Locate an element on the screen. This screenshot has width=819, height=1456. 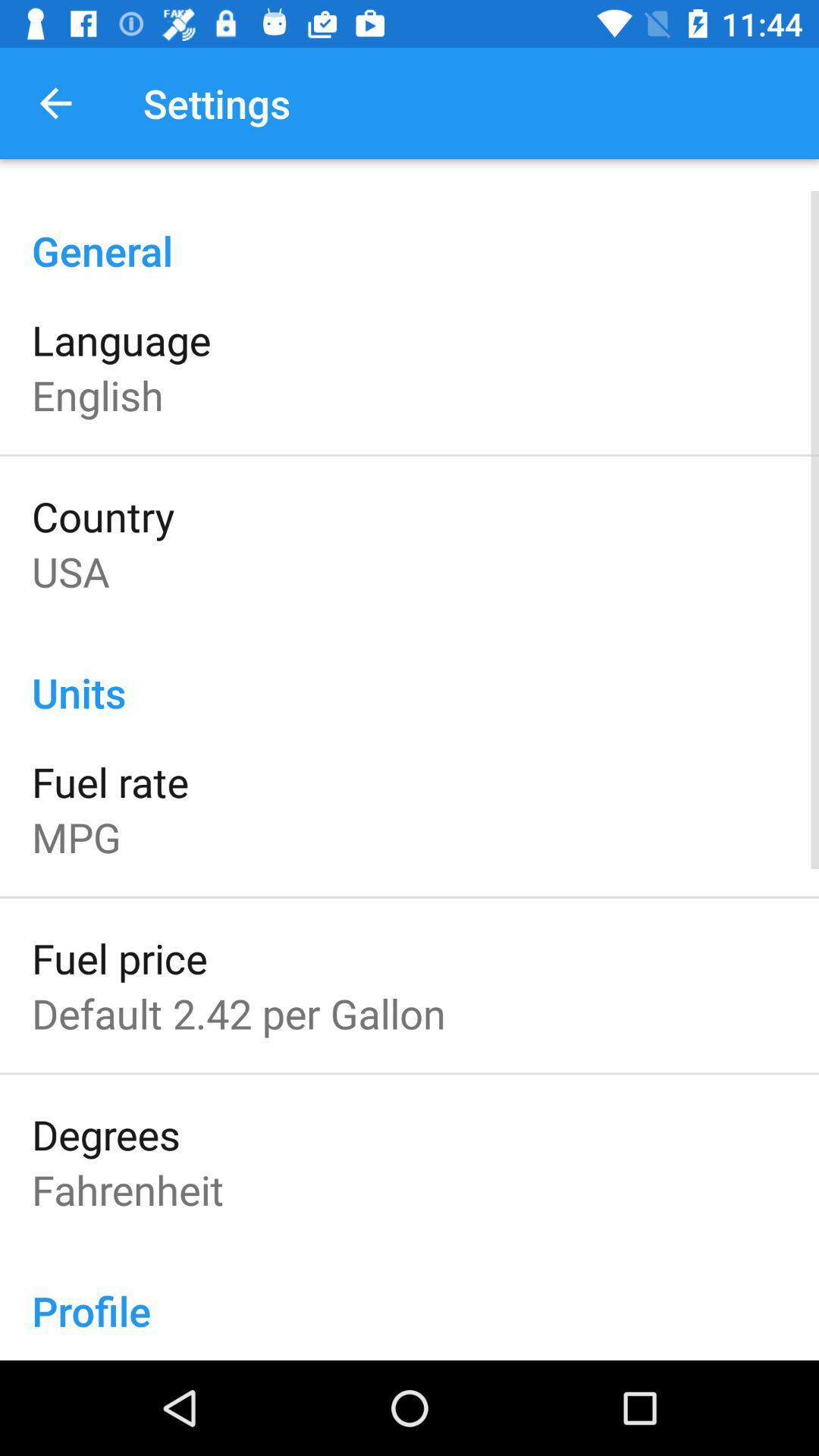
icon above the usa icon is located at coordinates (102, 516).